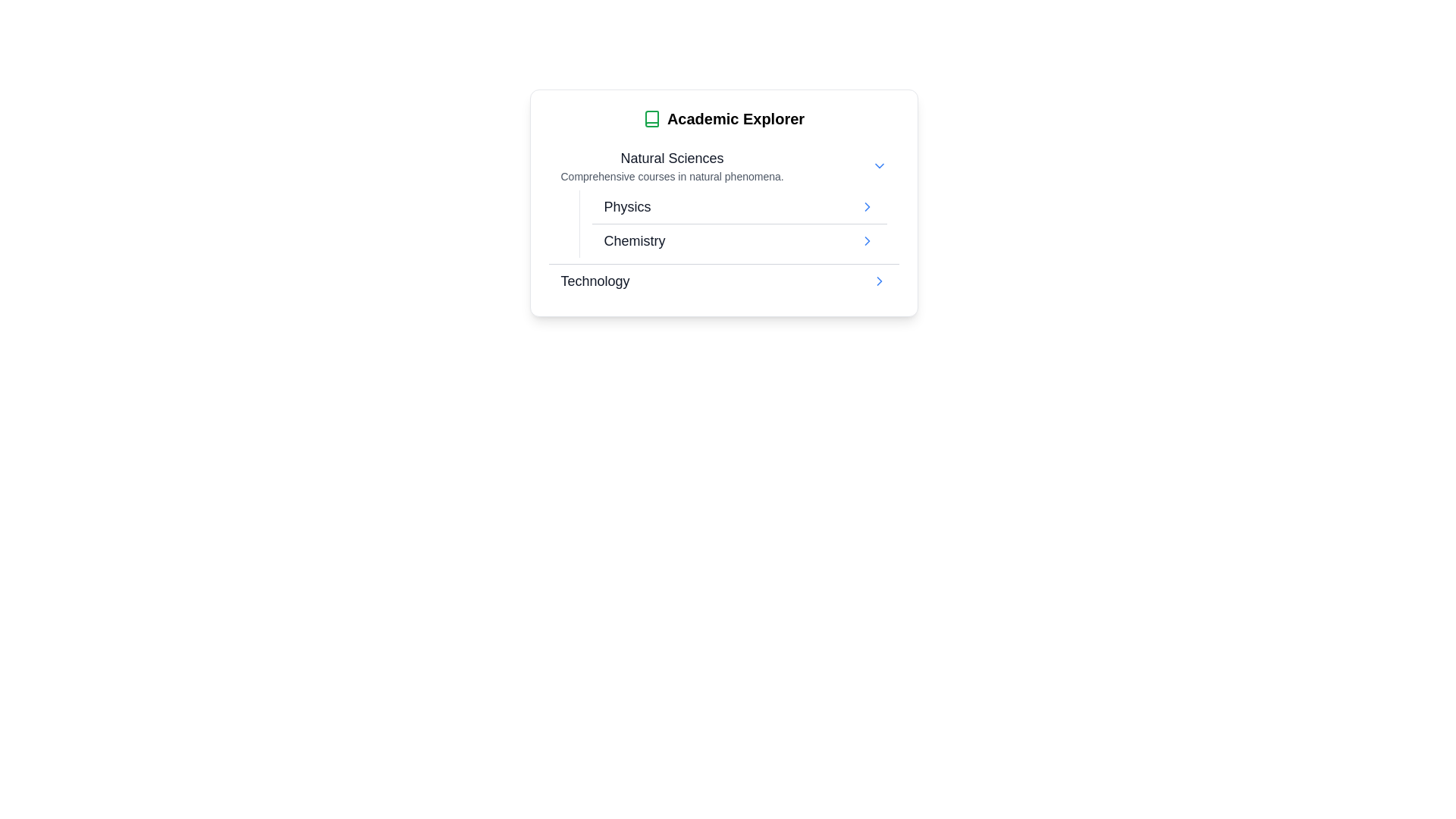 The image size is (1456, 819). What do you see at coordinates (671, 158) in the screenshot?
I see `the text label that reads 'Natural Sciences', which is prominently styled in larger font size and bold weight, located under the title 'Academic Explorer'` at bounding box center [671, 158].